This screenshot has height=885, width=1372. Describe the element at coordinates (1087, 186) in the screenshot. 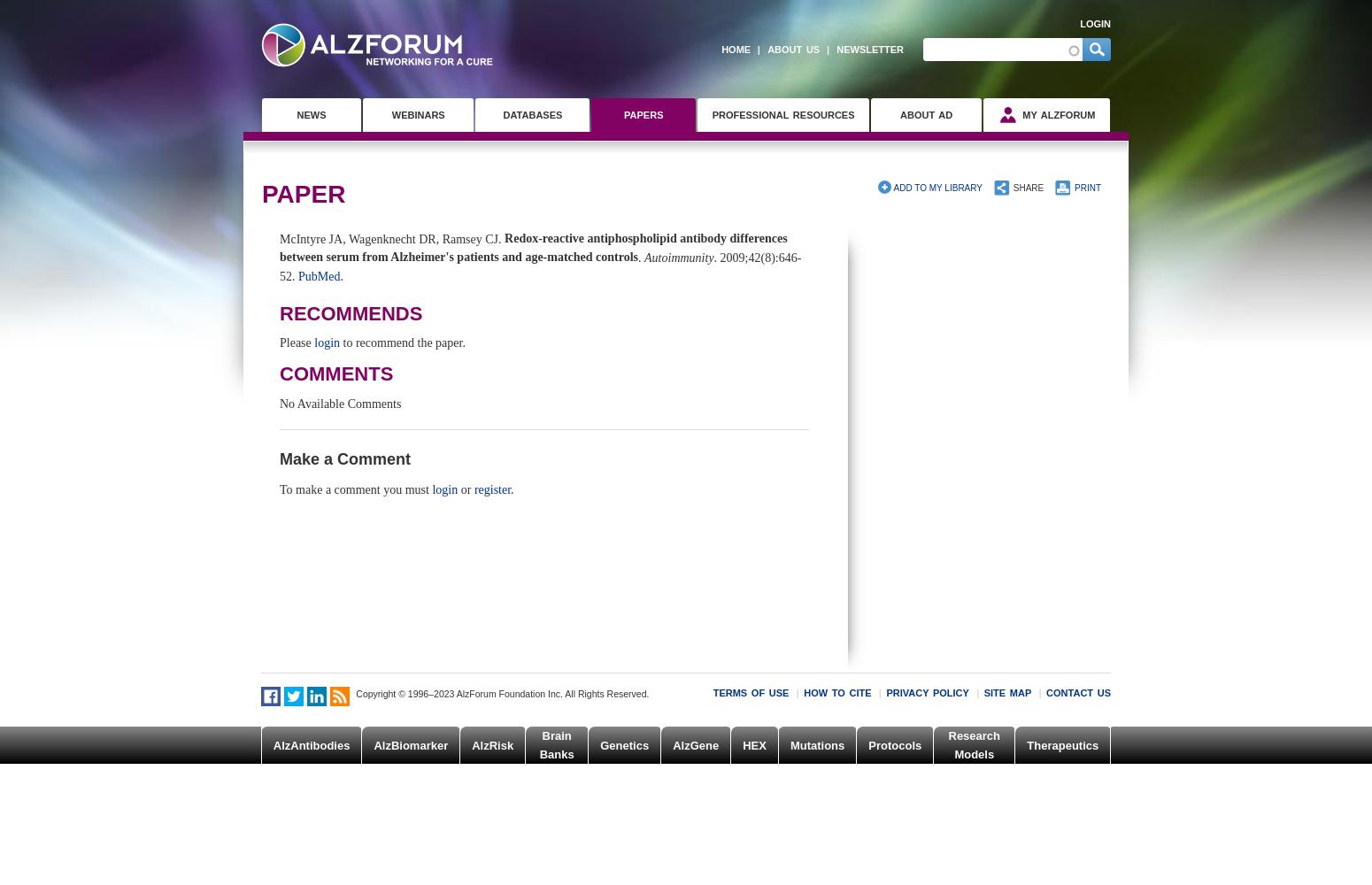

I see `'Print'` at that location.